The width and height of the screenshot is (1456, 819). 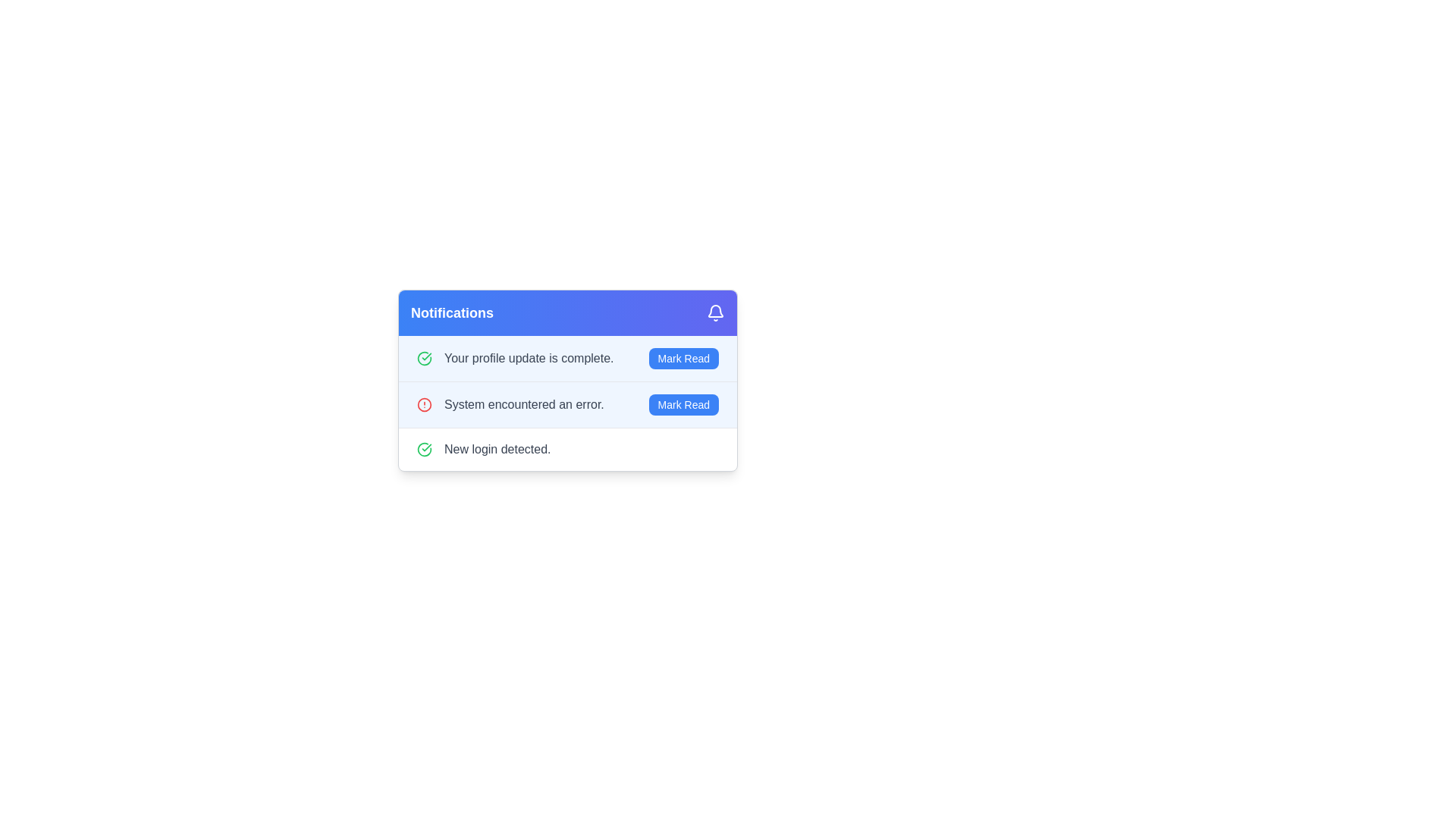 I want to click on the bell icon in the top-right corner of the header section labeled 'Notifications', so click(x=715, y=312).